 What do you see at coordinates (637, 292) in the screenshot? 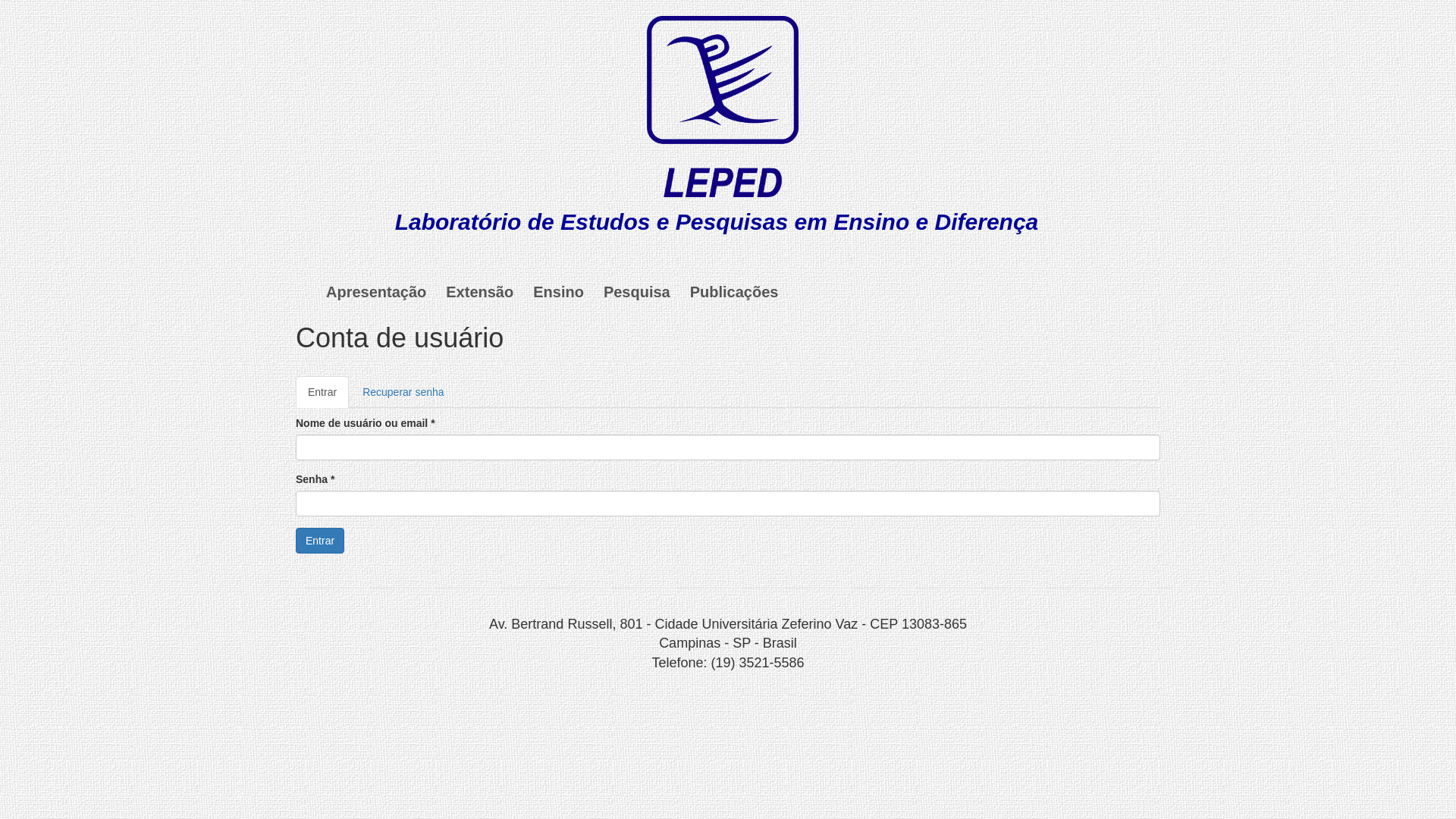
I see `'Pesquisa'` at bounding box center [637, 292].